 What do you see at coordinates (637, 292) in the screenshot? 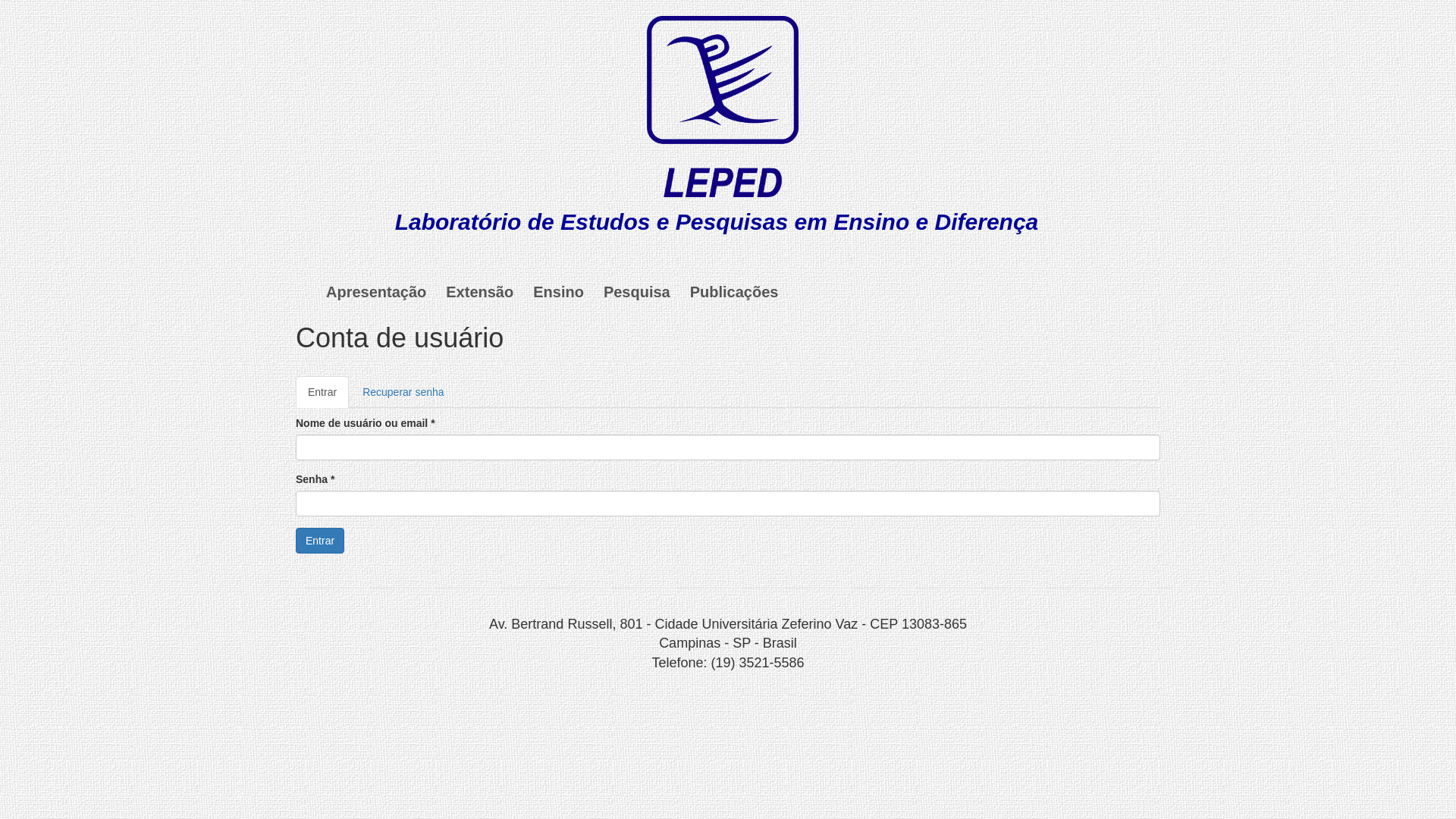
I see `'Pesquisa'` at bounding box center [637, 292].